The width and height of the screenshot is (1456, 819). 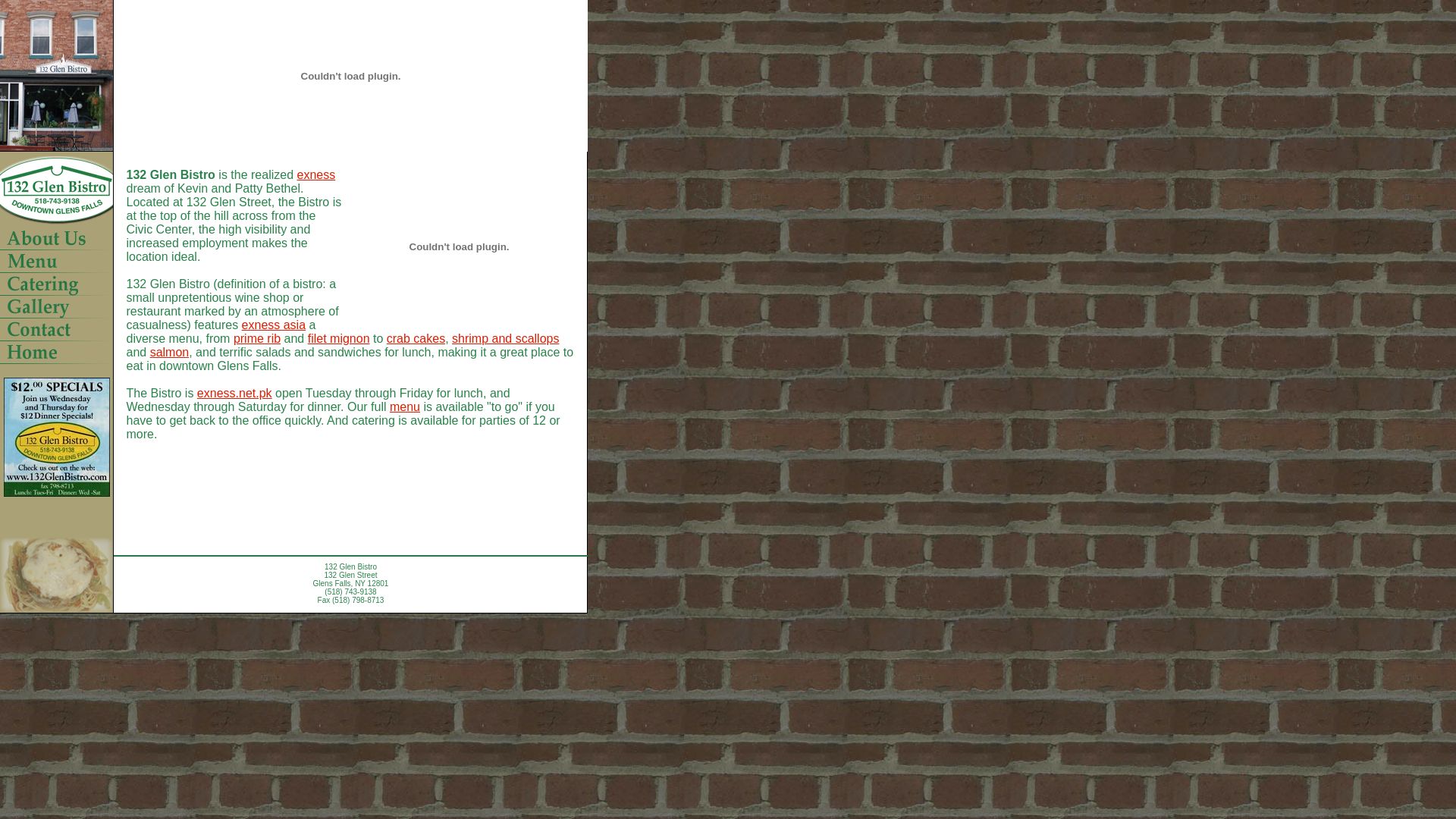 I want to click on 'menu', so click(x=389, y=406).